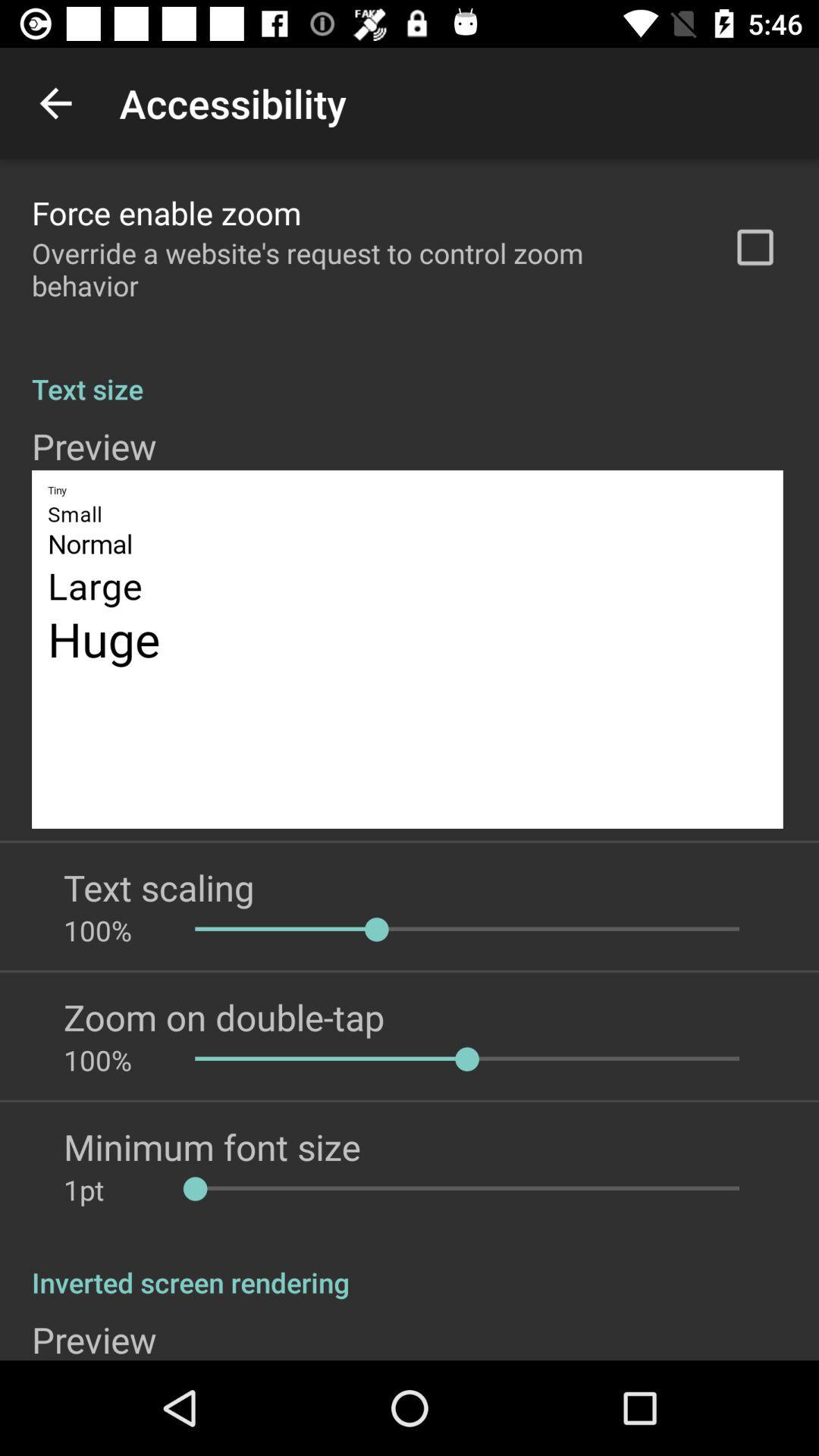 This screenshot has width=819, height=1456. I want to click on the text size, so click(409, 372).